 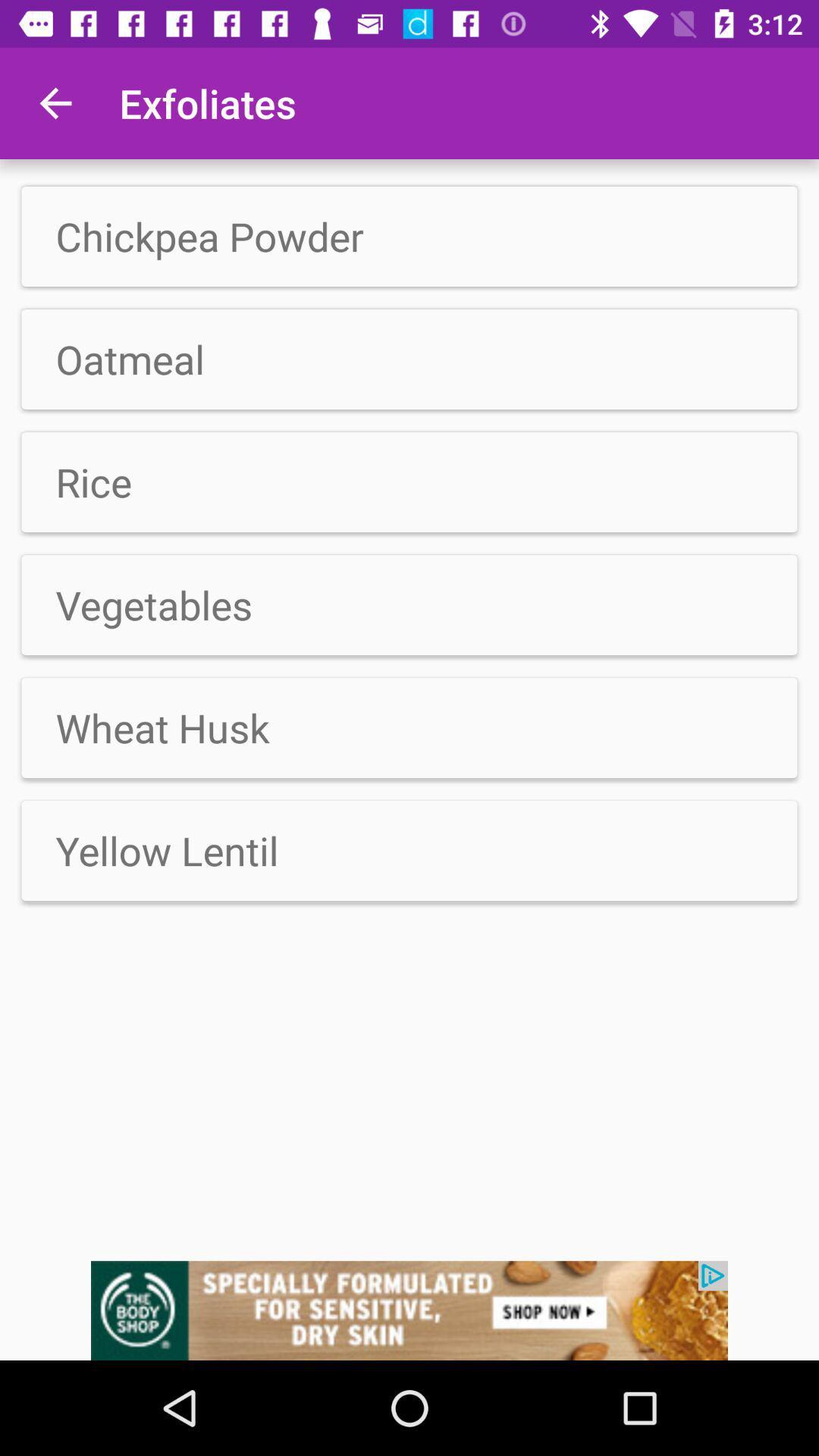 I want to click on the button below rice, so click(x=409, y=481).